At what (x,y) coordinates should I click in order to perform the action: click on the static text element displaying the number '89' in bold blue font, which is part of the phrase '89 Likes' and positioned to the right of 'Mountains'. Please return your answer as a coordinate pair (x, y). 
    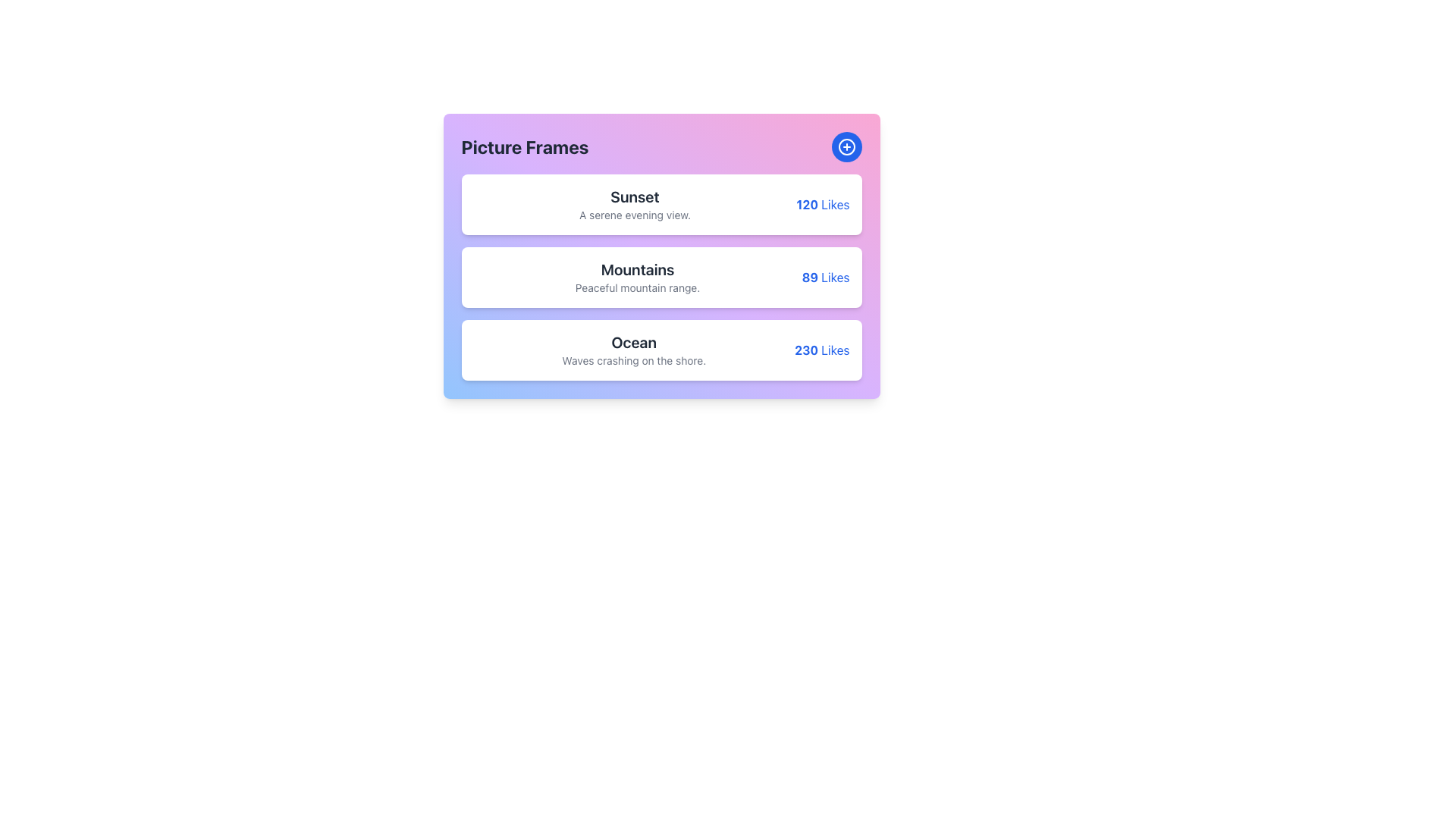
    Looking at the image, I should click on (809, 278).